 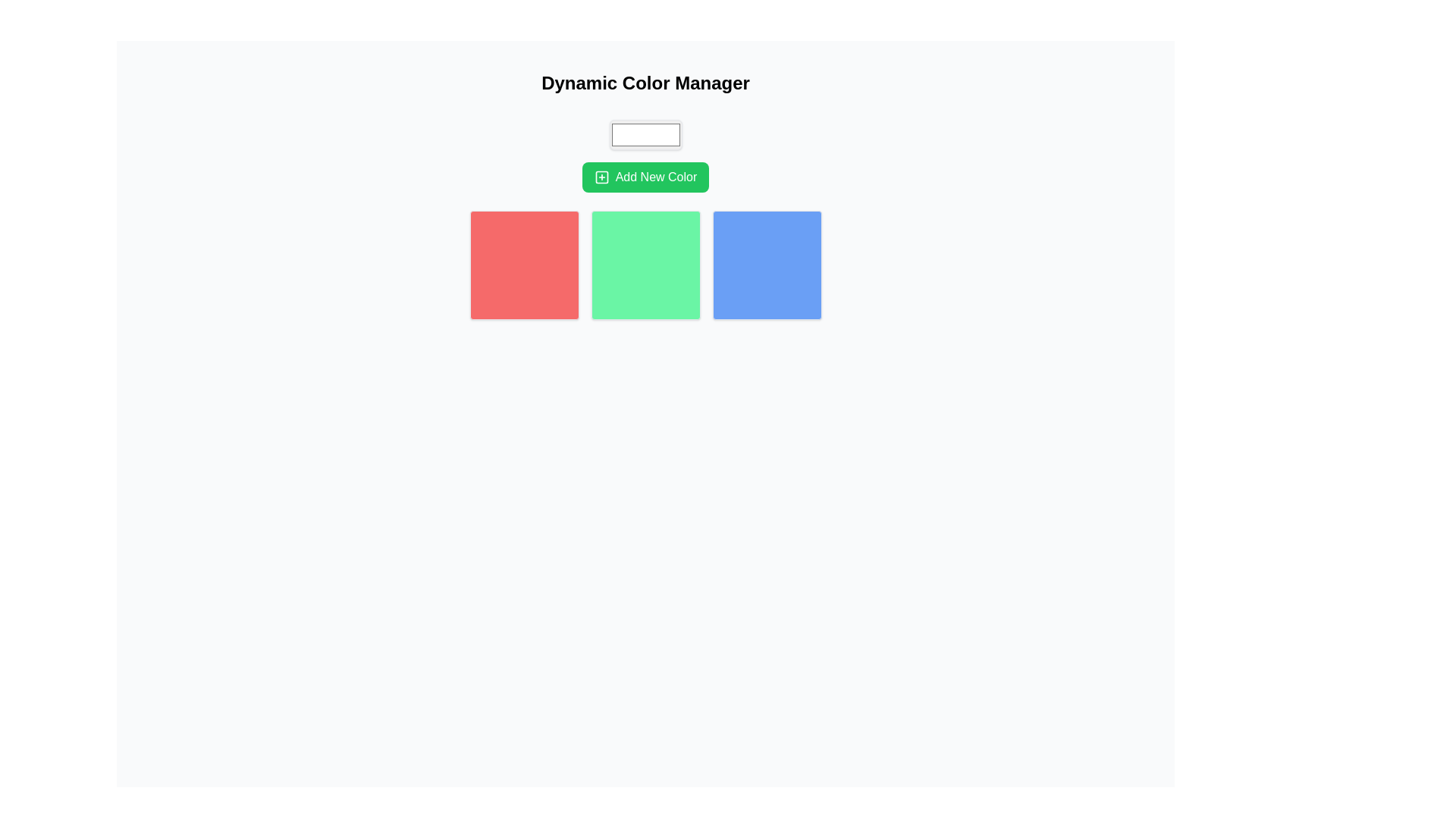 I want to click on the bold, large-sized text displaying 'Dynamic Color Manager', which is centrally aligned at the top of the layout, so click(x=645, y=83).